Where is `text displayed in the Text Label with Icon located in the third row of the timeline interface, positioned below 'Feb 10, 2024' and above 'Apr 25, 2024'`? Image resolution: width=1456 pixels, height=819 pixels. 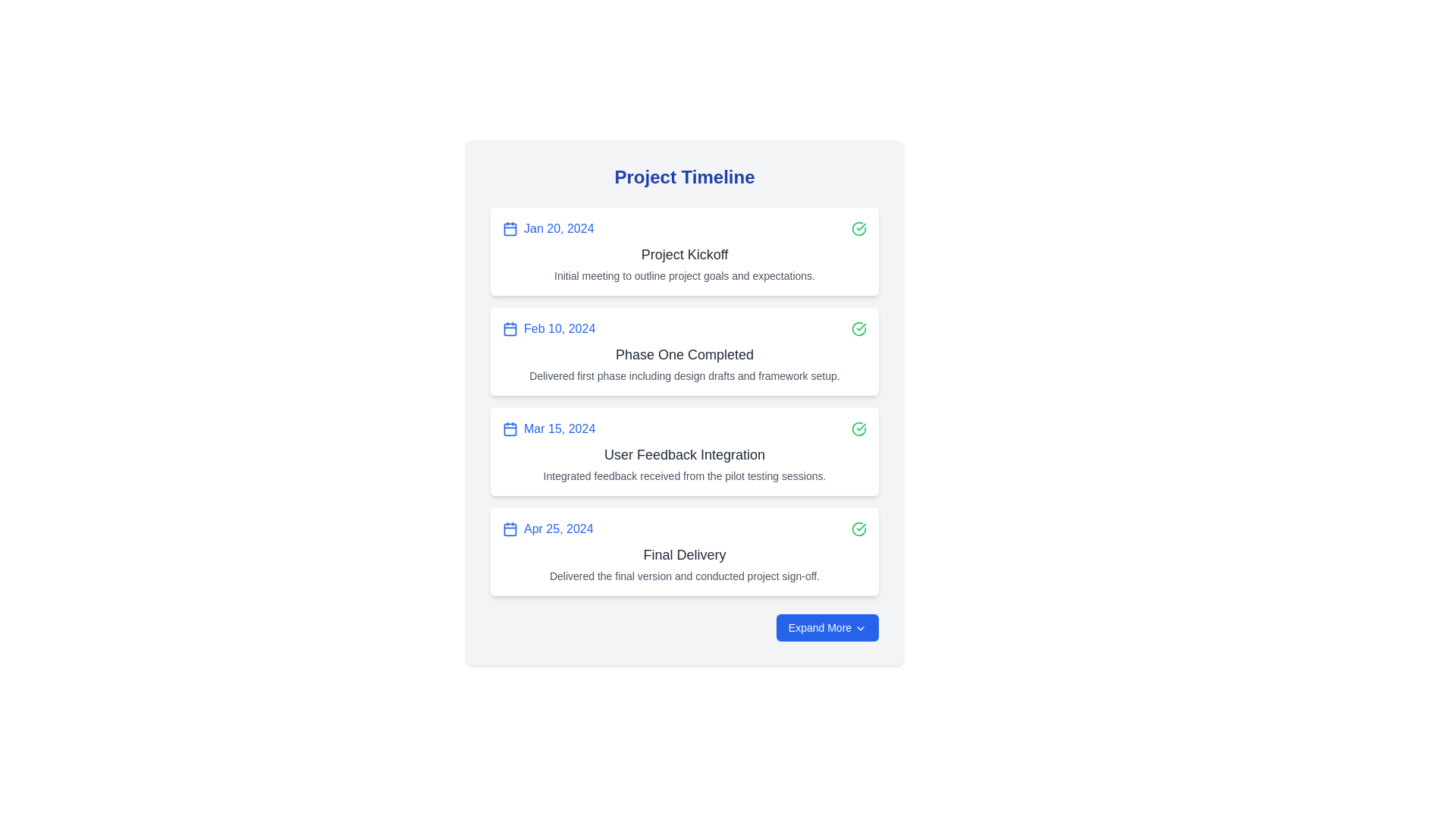
text displayed in the Text Label with Icon located in the third row of the timeline interface, positioned below 'Feb 10, 2024' and above 'Apr 25, 2024' is located at coordinates (548, 429).